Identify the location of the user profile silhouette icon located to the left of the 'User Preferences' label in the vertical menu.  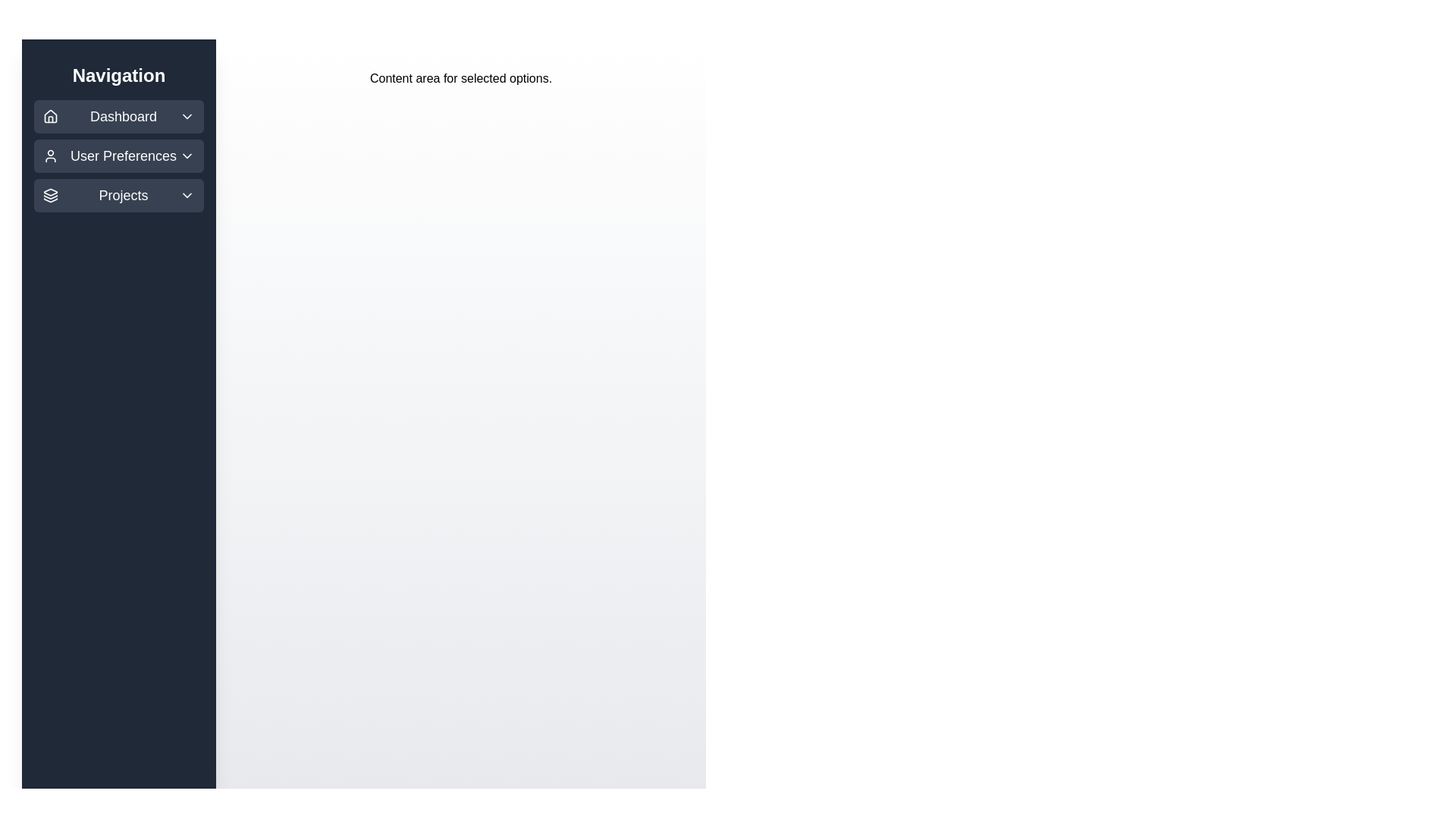
(51, 155).